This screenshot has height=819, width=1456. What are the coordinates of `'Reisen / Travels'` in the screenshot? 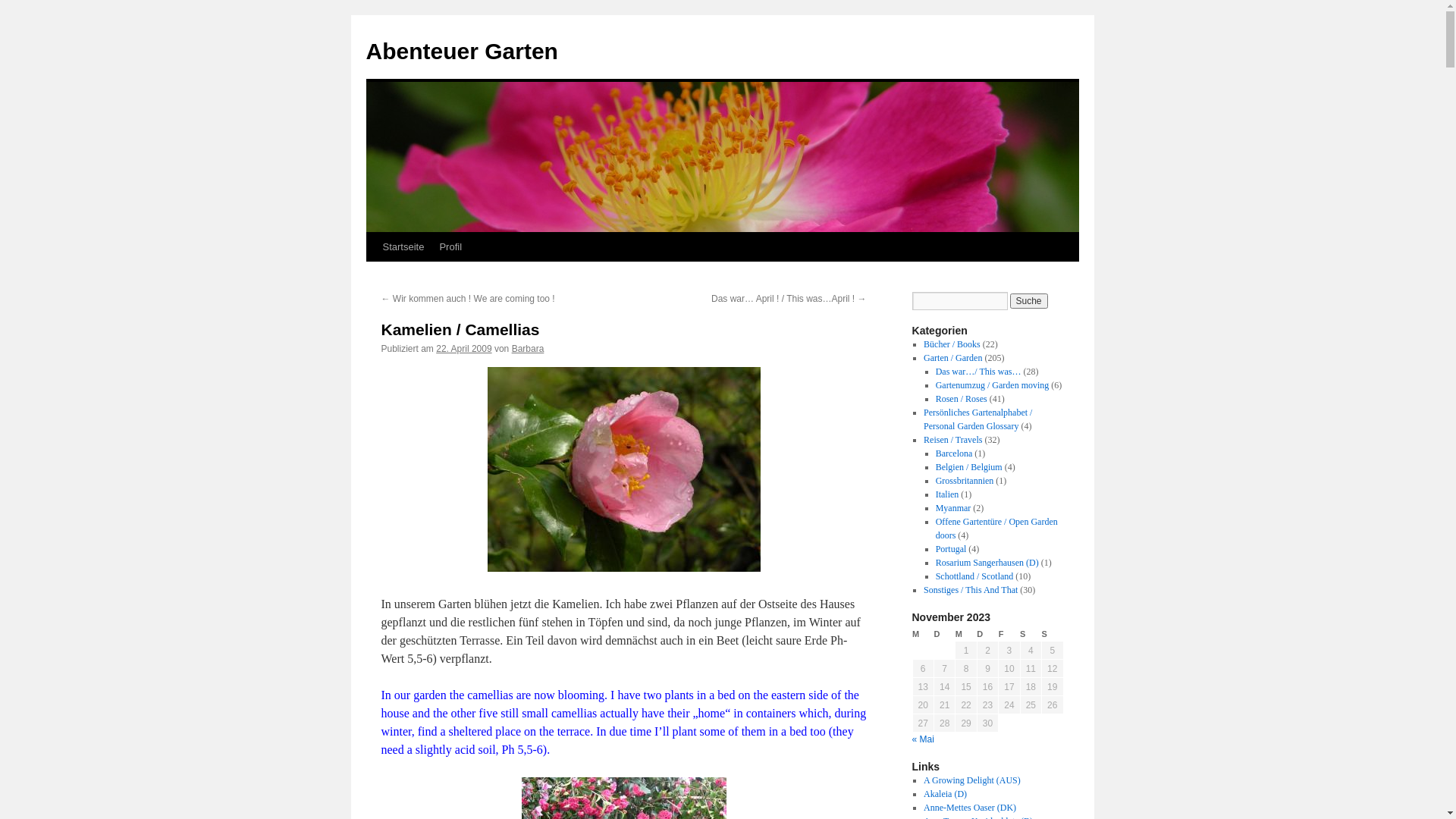 It's located at (952, 439).